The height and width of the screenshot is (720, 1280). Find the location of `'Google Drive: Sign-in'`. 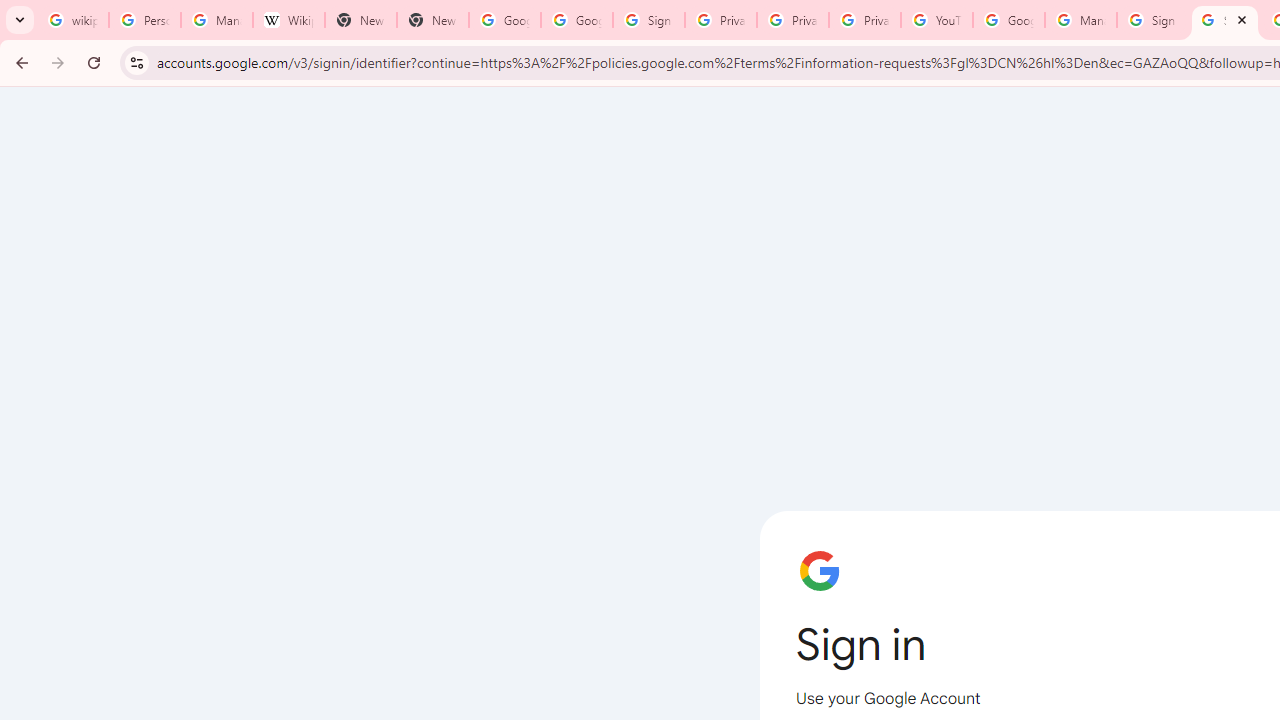

'Google Drive: Sign-in' is located at coordinates (576, 20).